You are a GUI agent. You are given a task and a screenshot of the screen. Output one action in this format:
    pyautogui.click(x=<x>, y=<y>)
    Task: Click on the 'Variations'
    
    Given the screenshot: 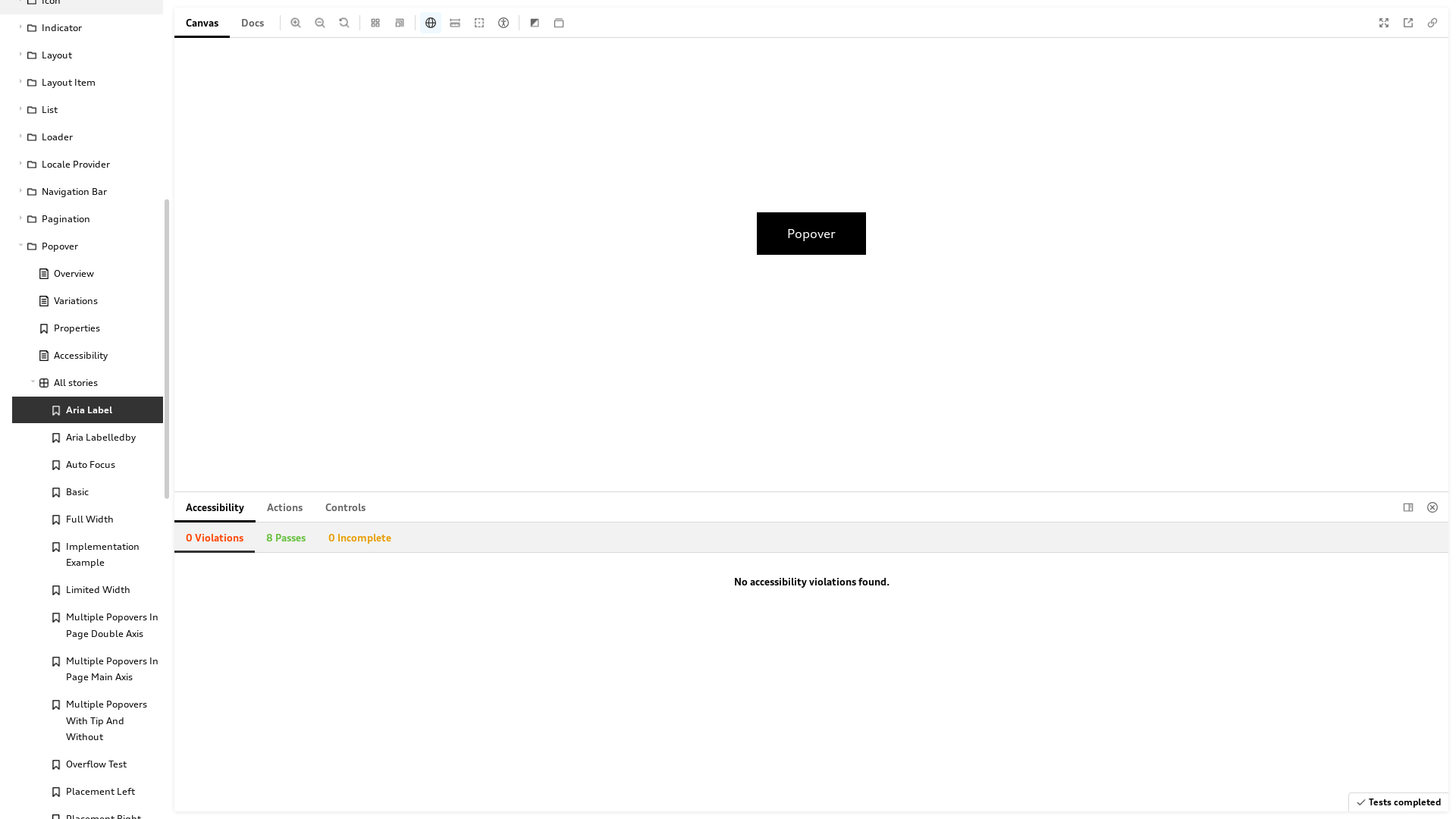 What is the action you would take?
    pyautogui.click(x=86, y=301)
    